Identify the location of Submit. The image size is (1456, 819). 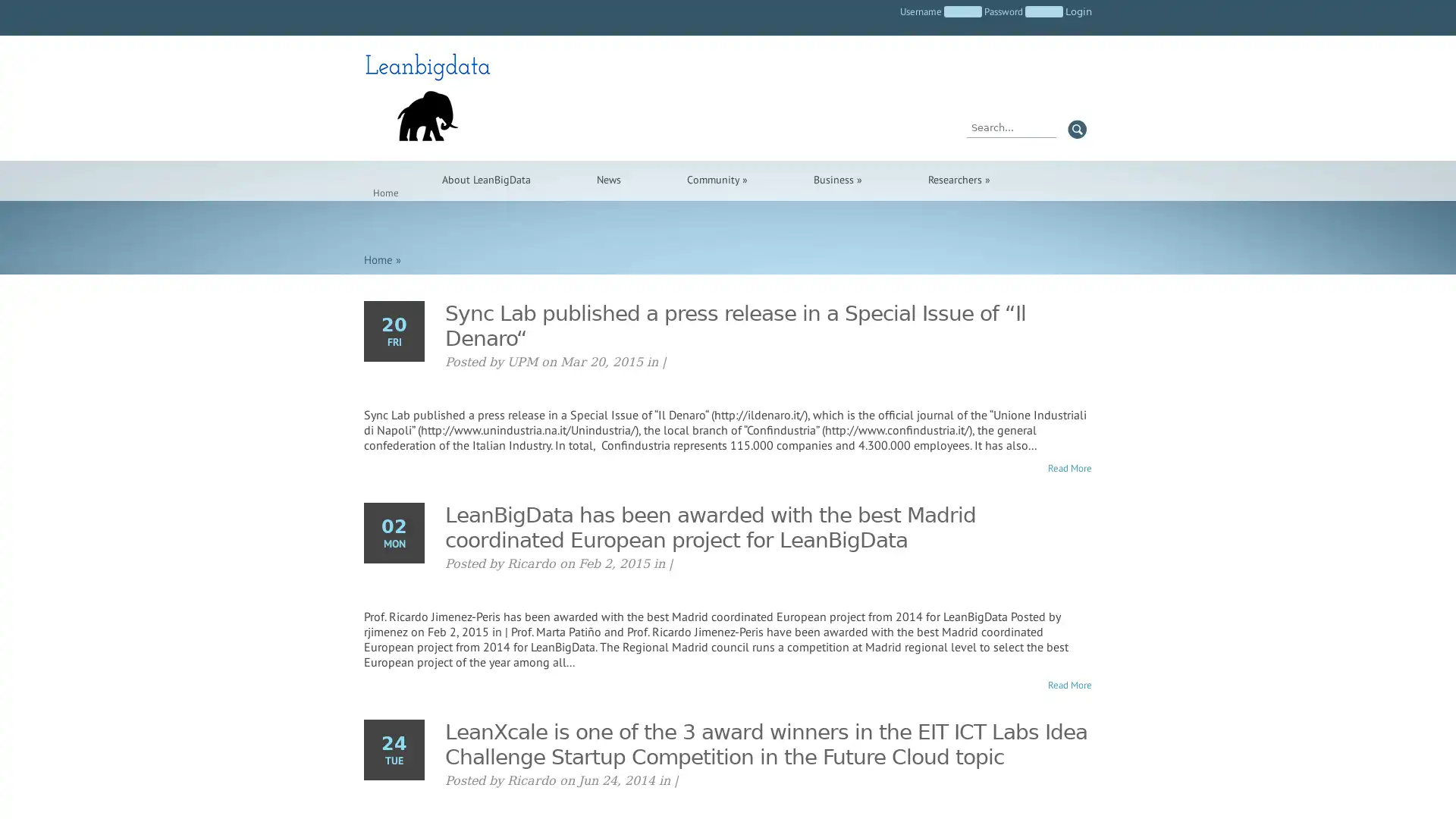
(1076, 128).